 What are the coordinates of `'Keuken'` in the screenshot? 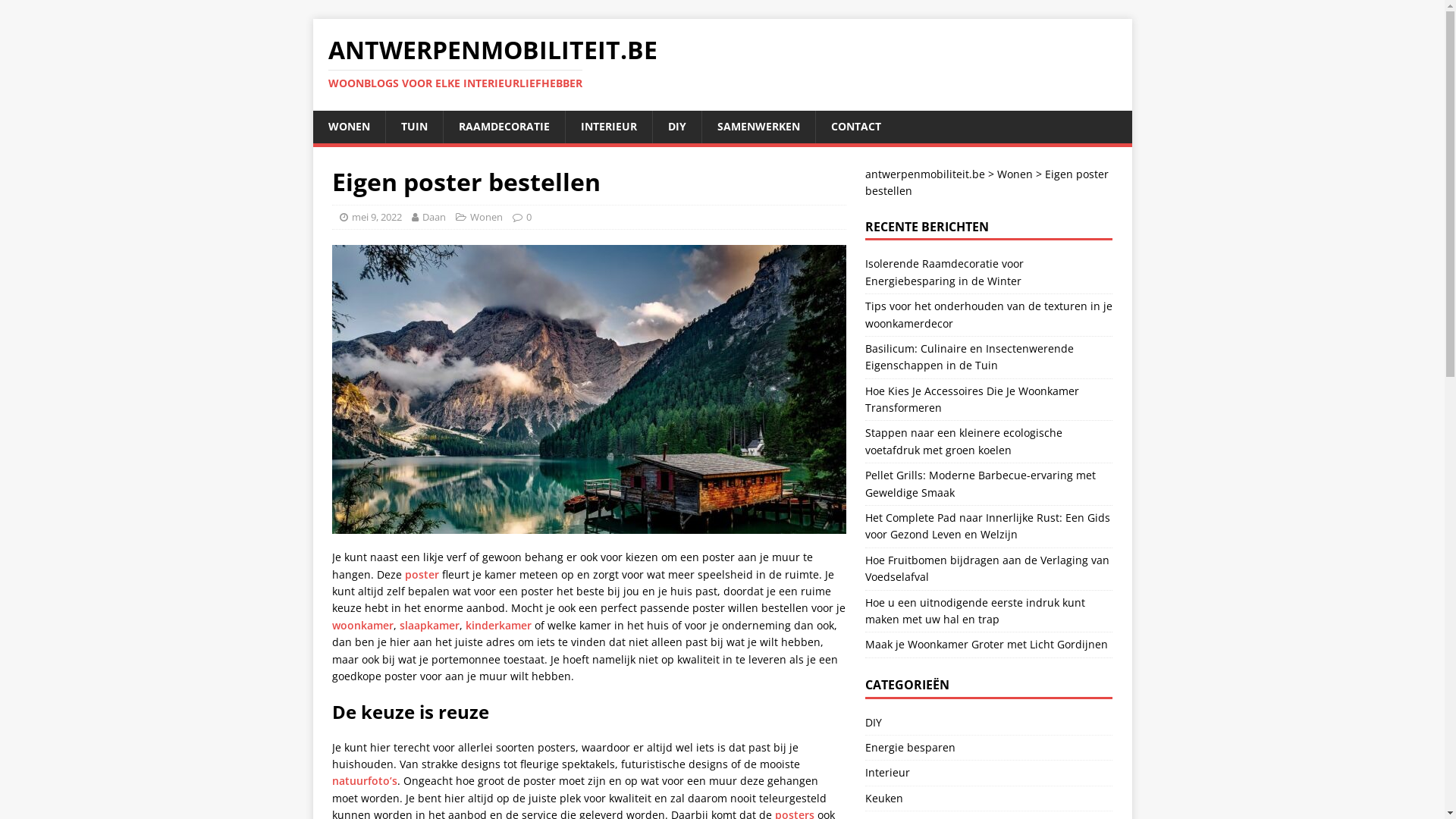 It's located at (865, 798).